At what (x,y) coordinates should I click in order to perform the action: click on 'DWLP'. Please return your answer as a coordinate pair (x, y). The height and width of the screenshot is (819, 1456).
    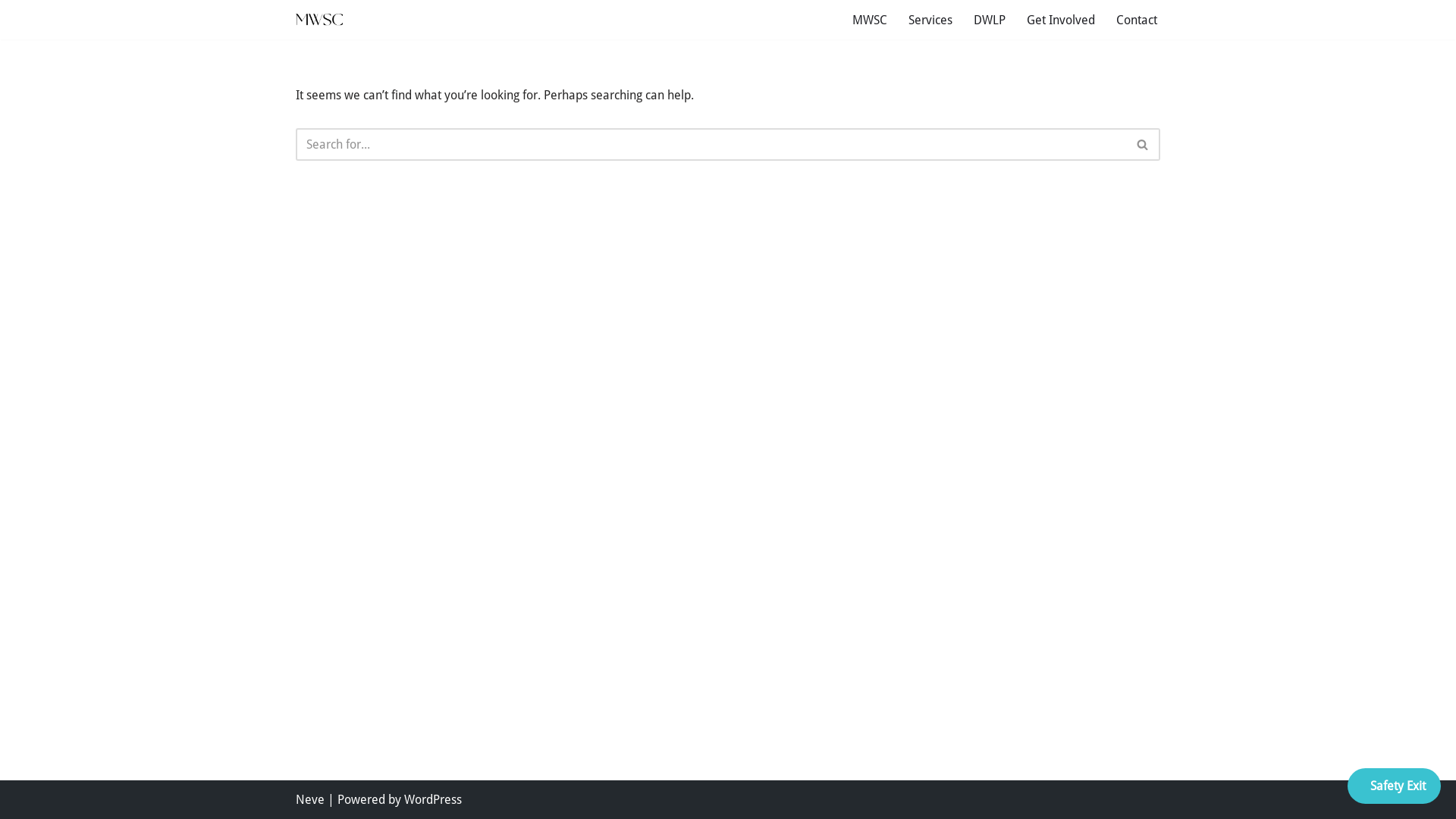
    Looking at the image, I should click on (990, 20).